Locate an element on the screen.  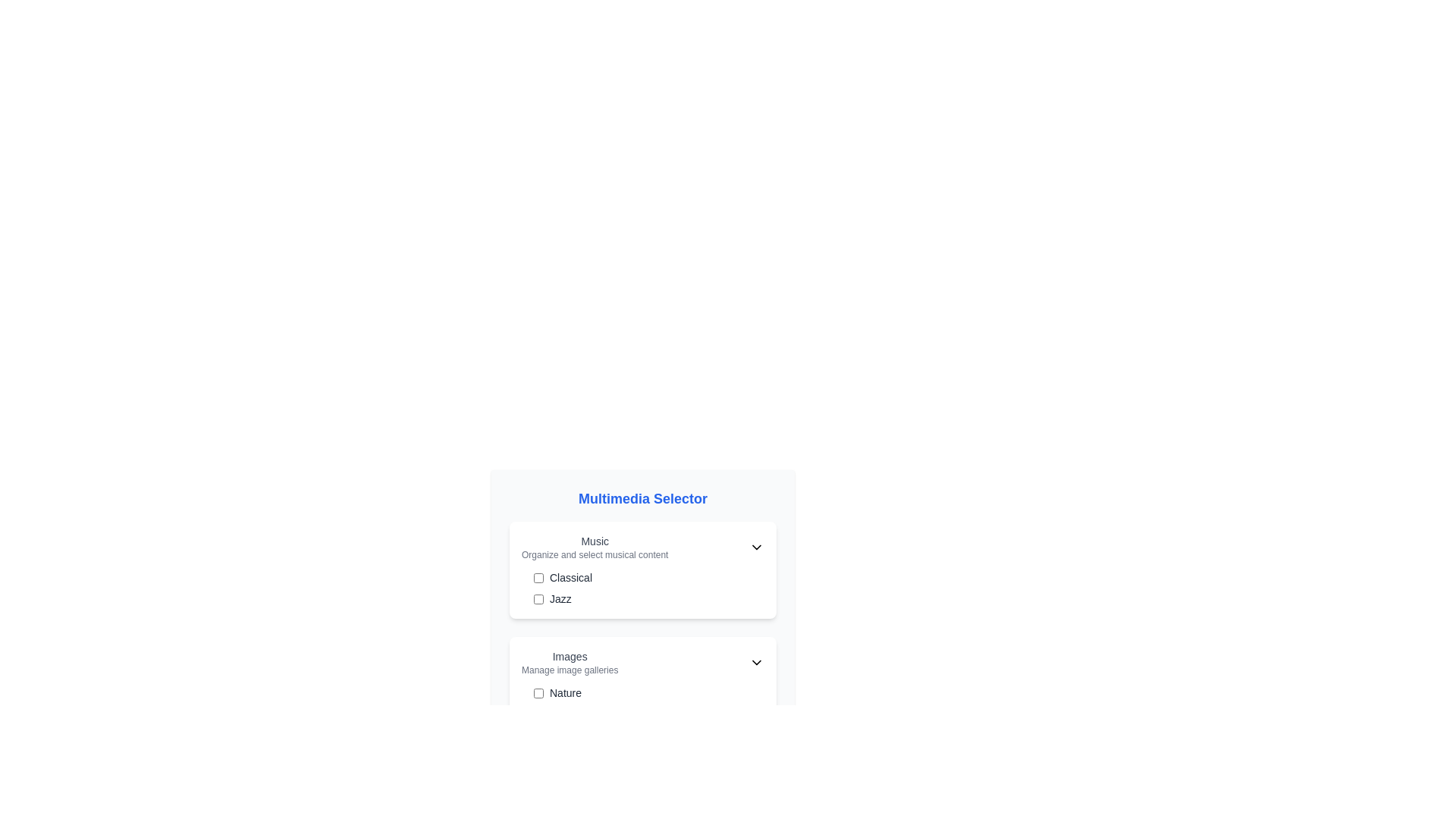
the downward-pointing chevron icon (caret symbol) in the 'Images' section next to 'Manage image galleries' is located at coordinates (757, 662).